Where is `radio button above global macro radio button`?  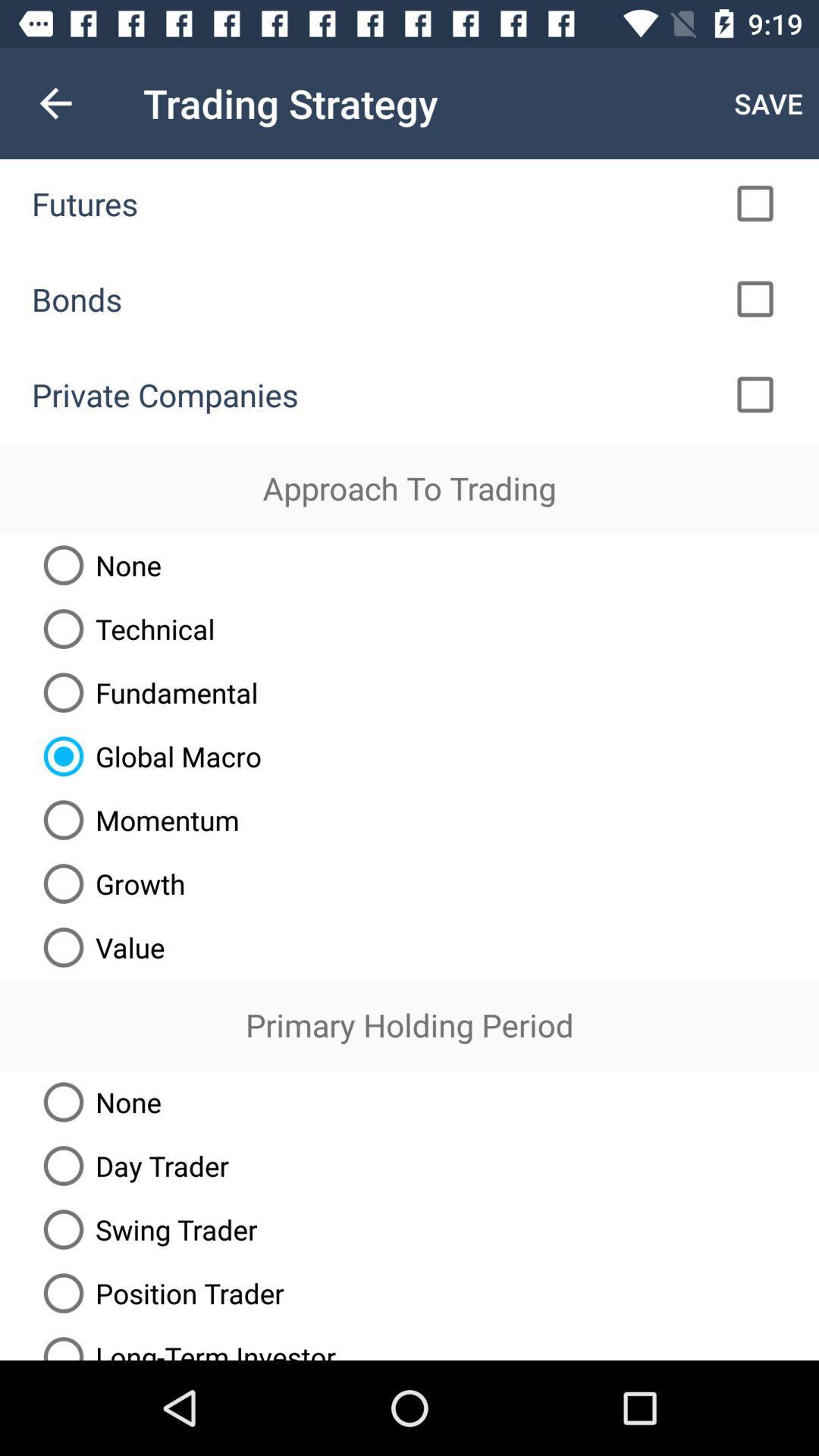
radio button above global macro radio button is located at coordinates (145, 692).